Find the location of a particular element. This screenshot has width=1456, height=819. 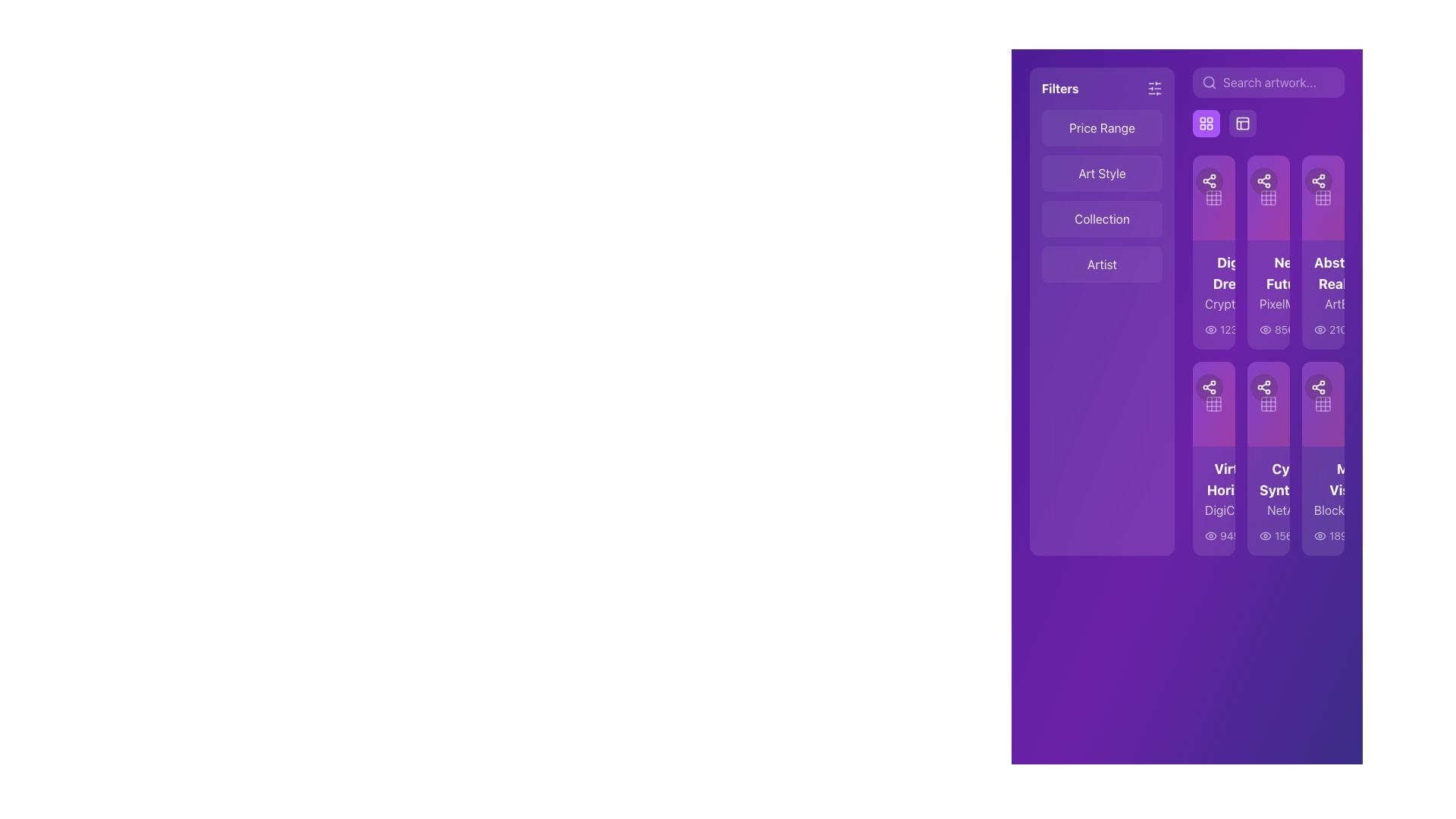

the textual information displaying the view count associated with the 'Virtual HorizonsDigiCreator1.5 ETH' section, located near the bottom-right corner beneath the 'DigiCreator' text is located at coordinates (1214, 535).